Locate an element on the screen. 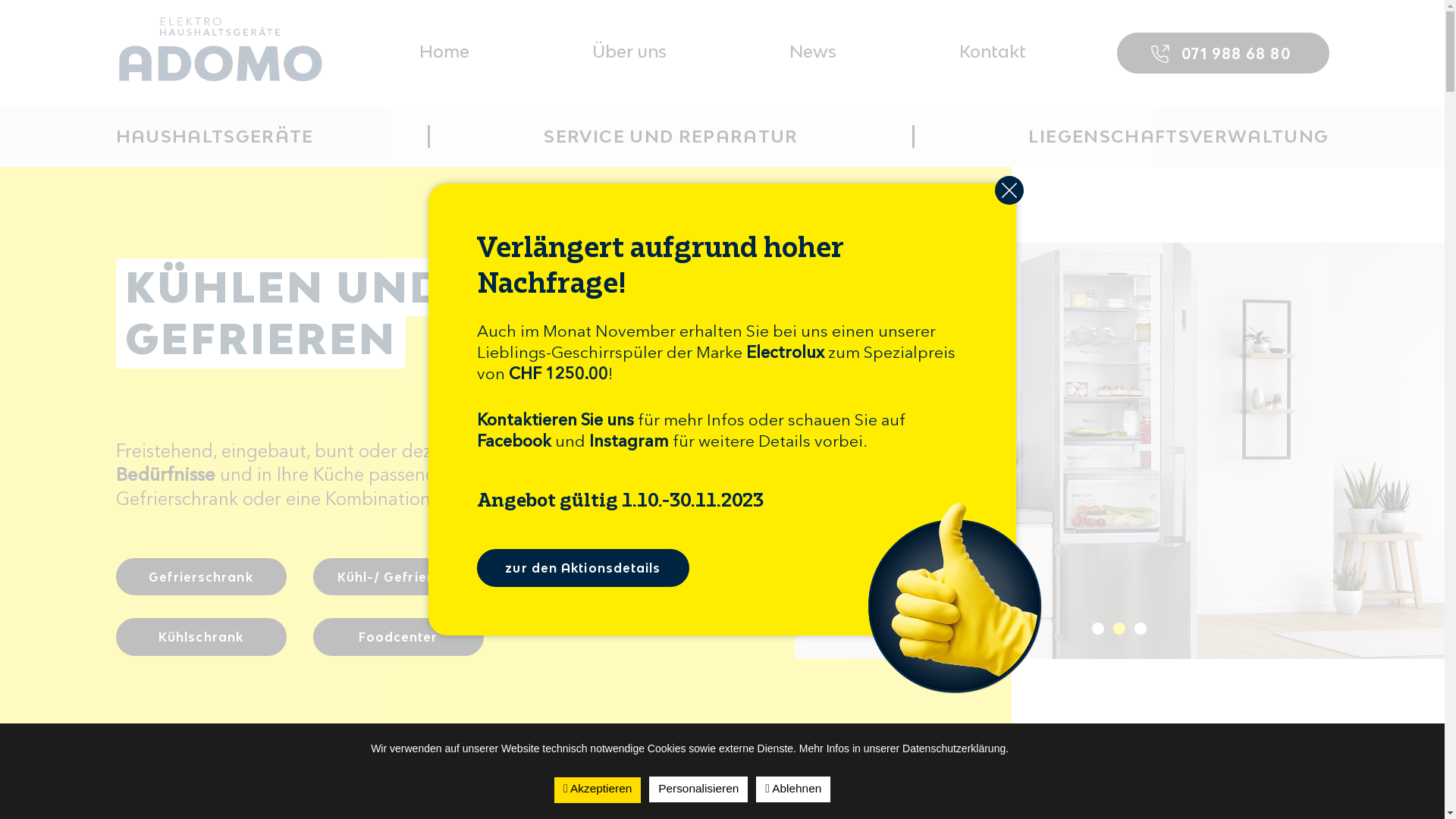  'SERVICE UND REPARATUR' is located at coordinates (670, 136).